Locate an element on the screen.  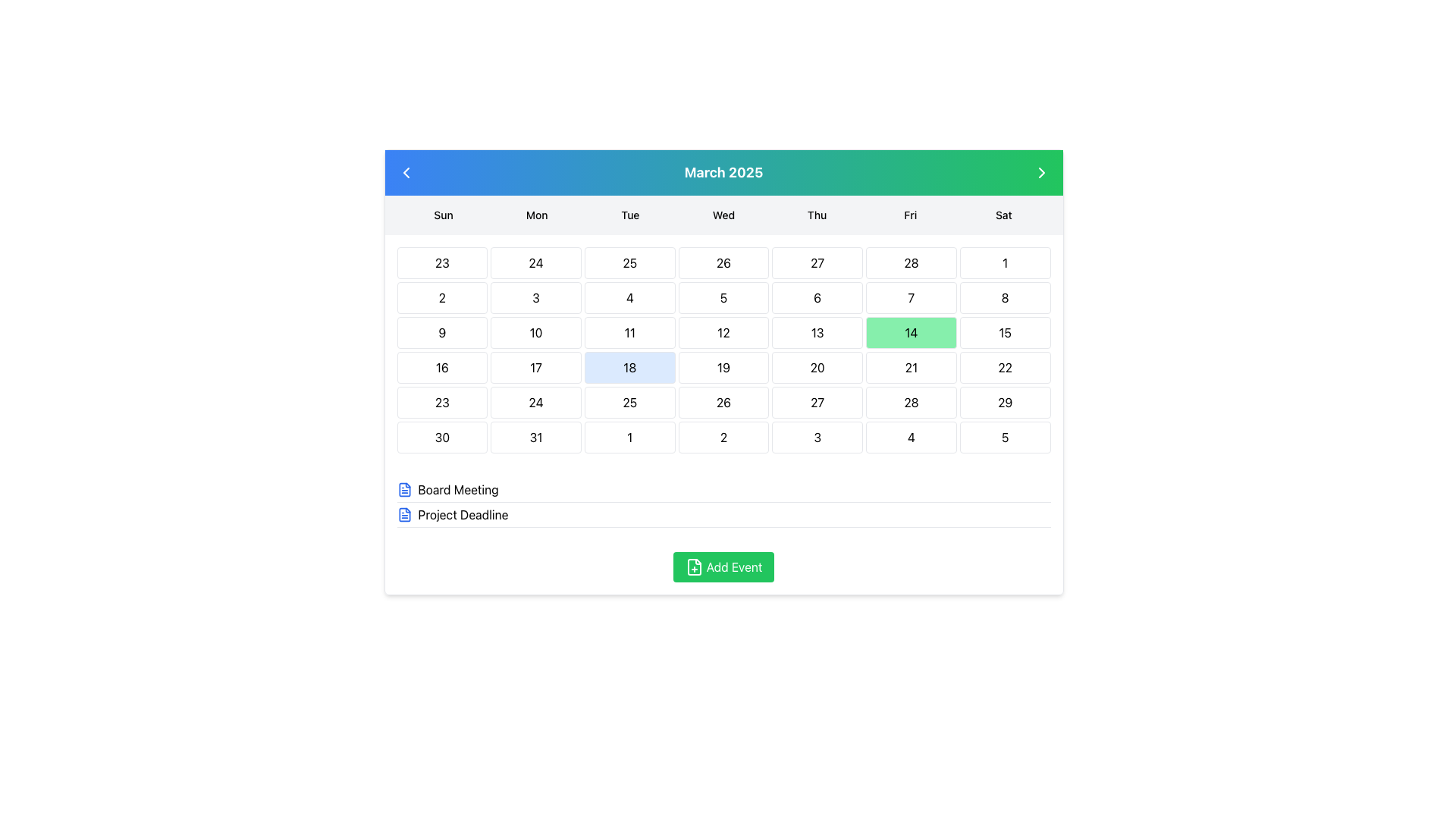
the text box displaying the number '26' which represents Wednesday, March 26, 2025 is located at coordinates (723, 262).